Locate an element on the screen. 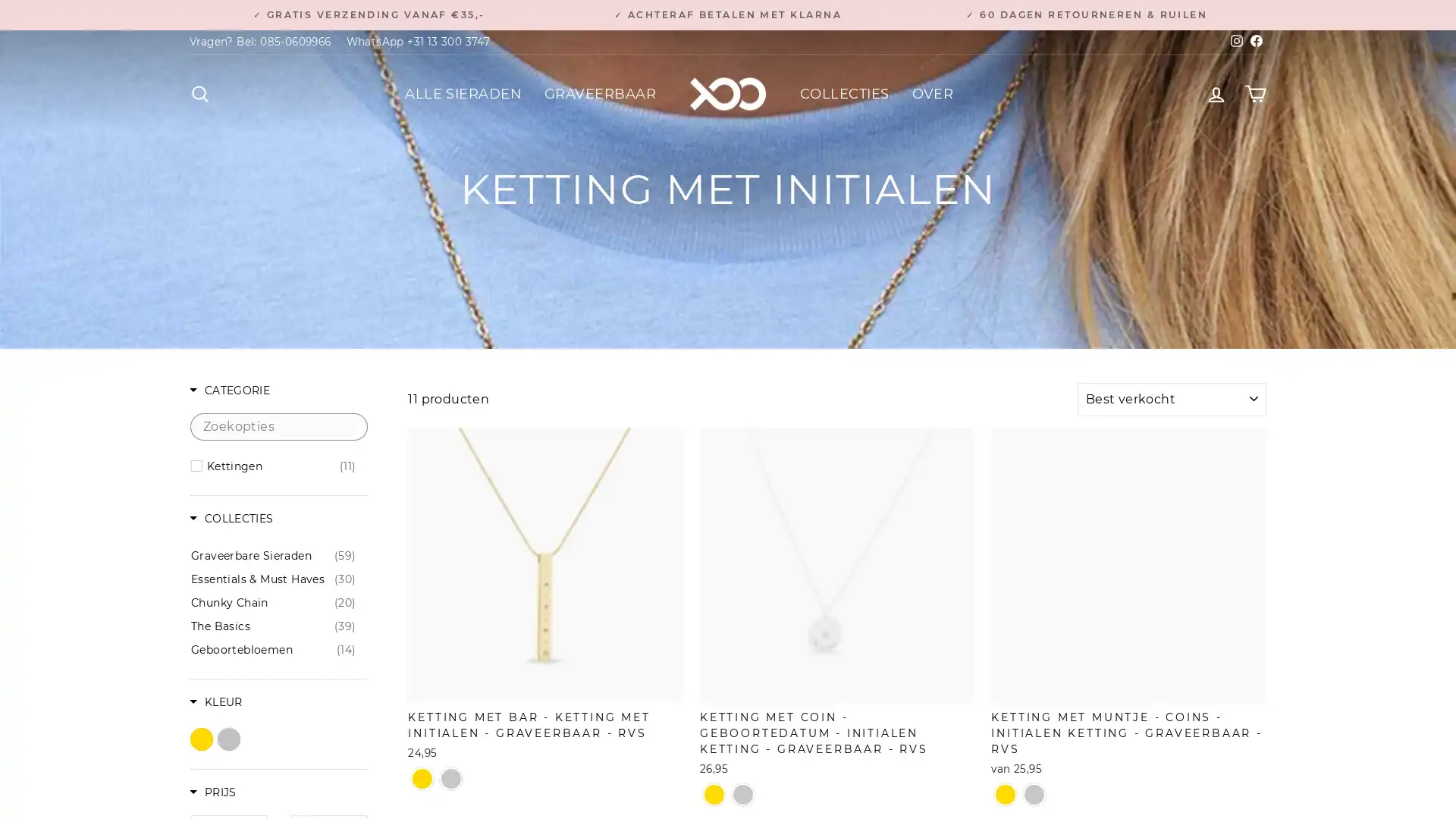 The image size is (1456, 819). Filter by Kleur is located at coordinates (215, 703).